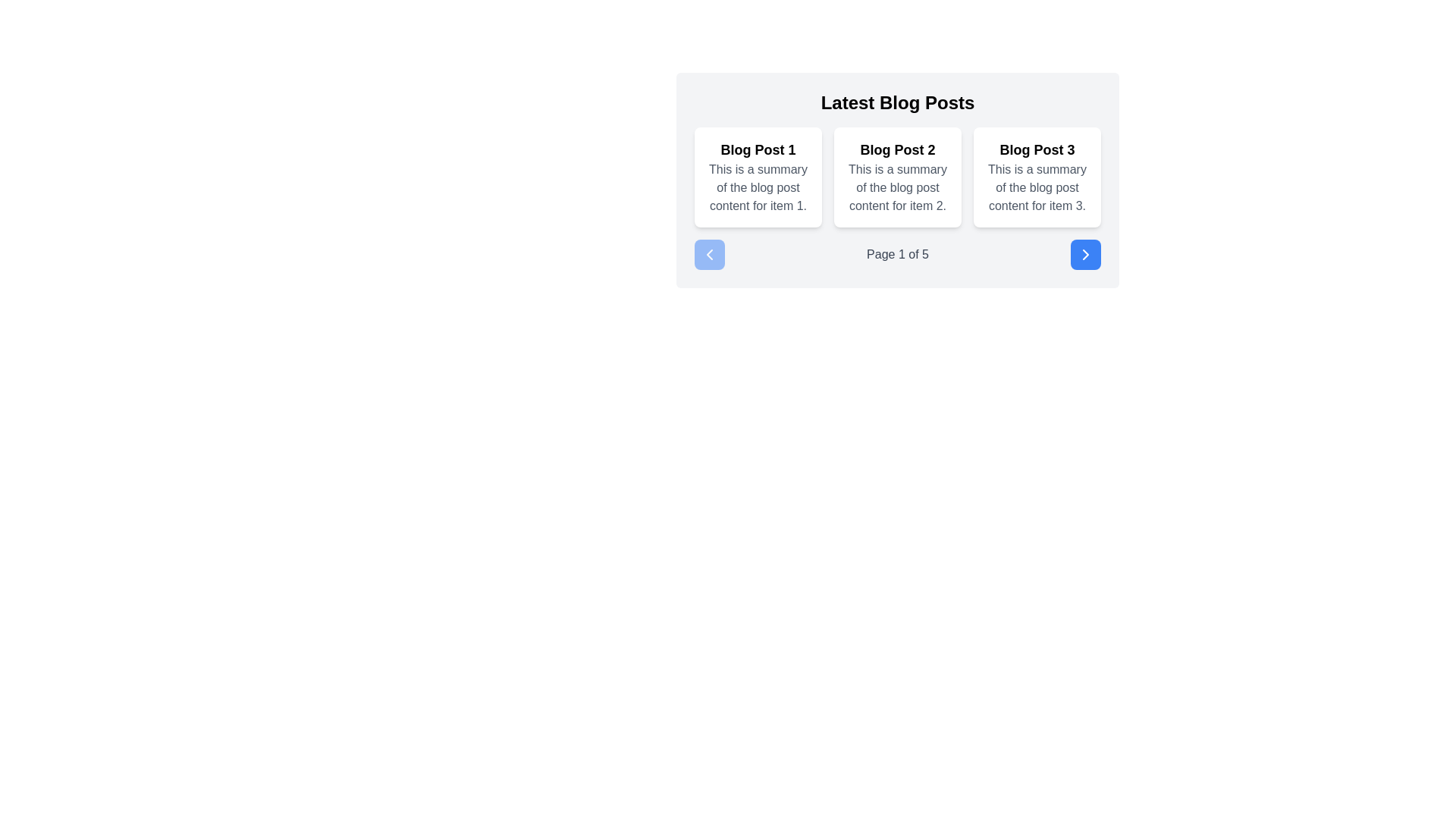 The image size is (1456, 819). Describe the element at coordinates (709, 253) in the screenshot. I see `the pagination control button for navigating to the previous set of items located at the bottom of the 'Latest Blog Posts' section` at that location.